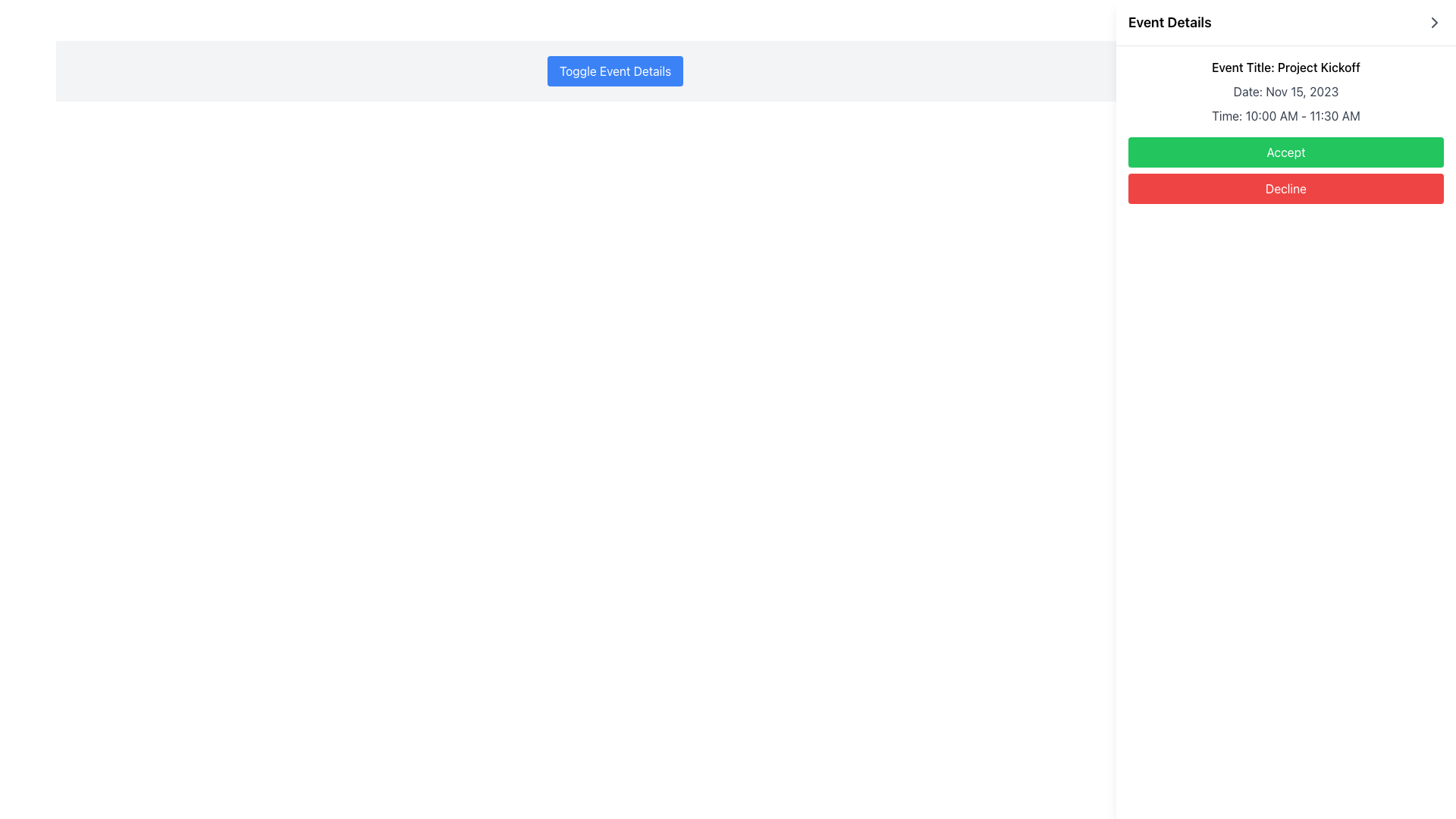 The image size is (1456, 819). Describe the element at coordinates (1285, 66) in the screenshot. I see `the text label reading 'Event Title: Project Kickoff' which is styled in medium weight black font on a white background, located at the top of the right-side event details panel` at that location.